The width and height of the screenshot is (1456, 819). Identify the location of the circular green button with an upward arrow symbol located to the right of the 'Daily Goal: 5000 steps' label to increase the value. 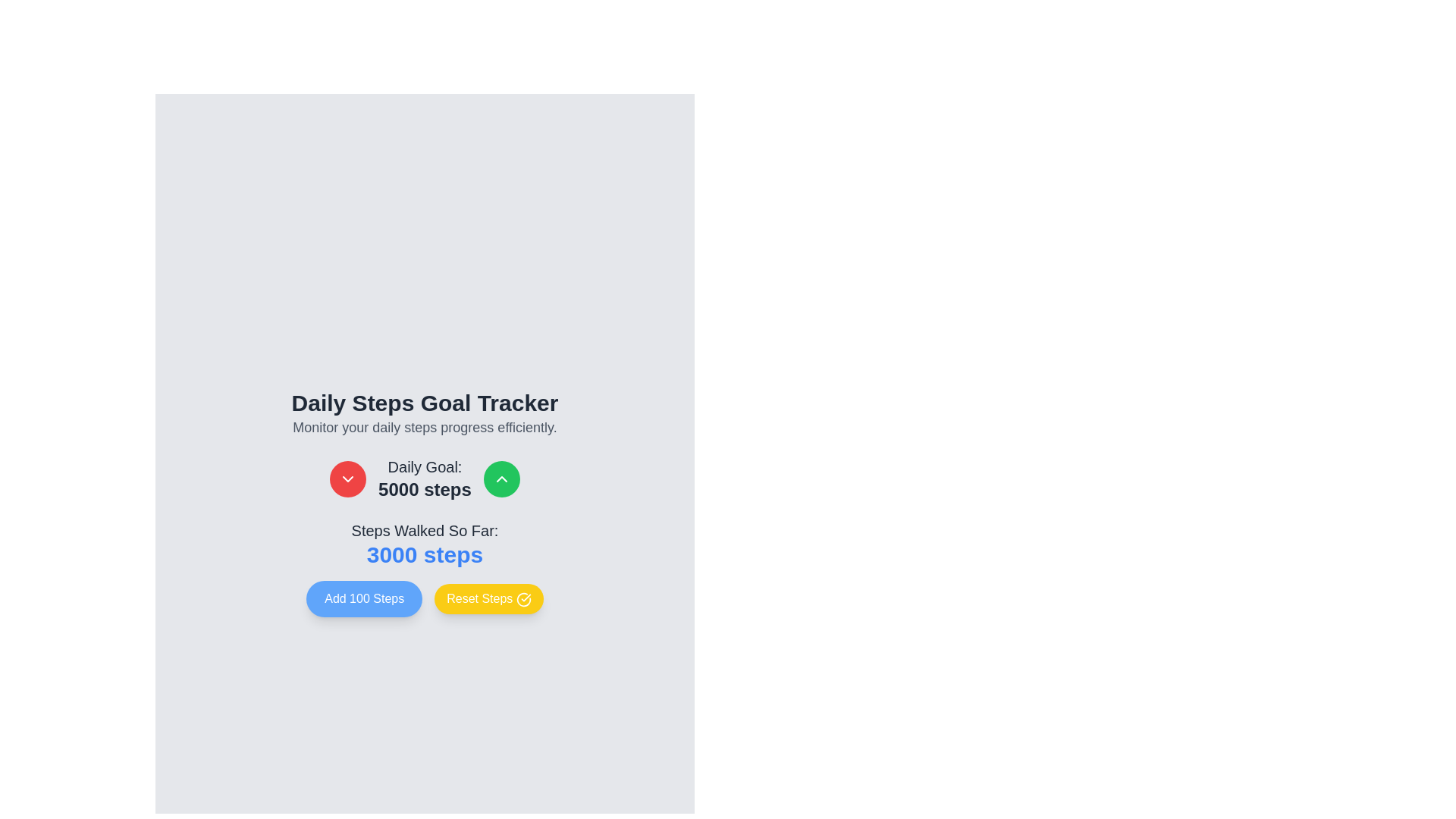
(501, 479).